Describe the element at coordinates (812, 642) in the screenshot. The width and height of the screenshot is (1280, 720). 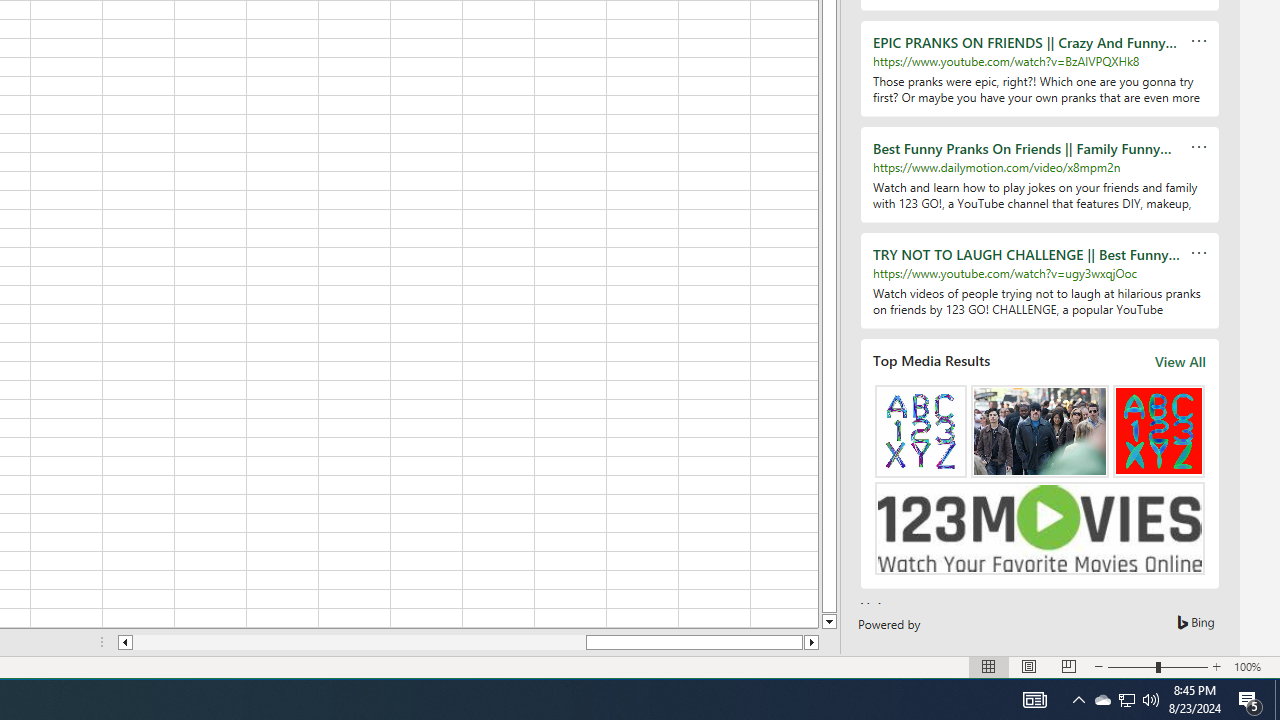
I see `'Column right'` at that location.